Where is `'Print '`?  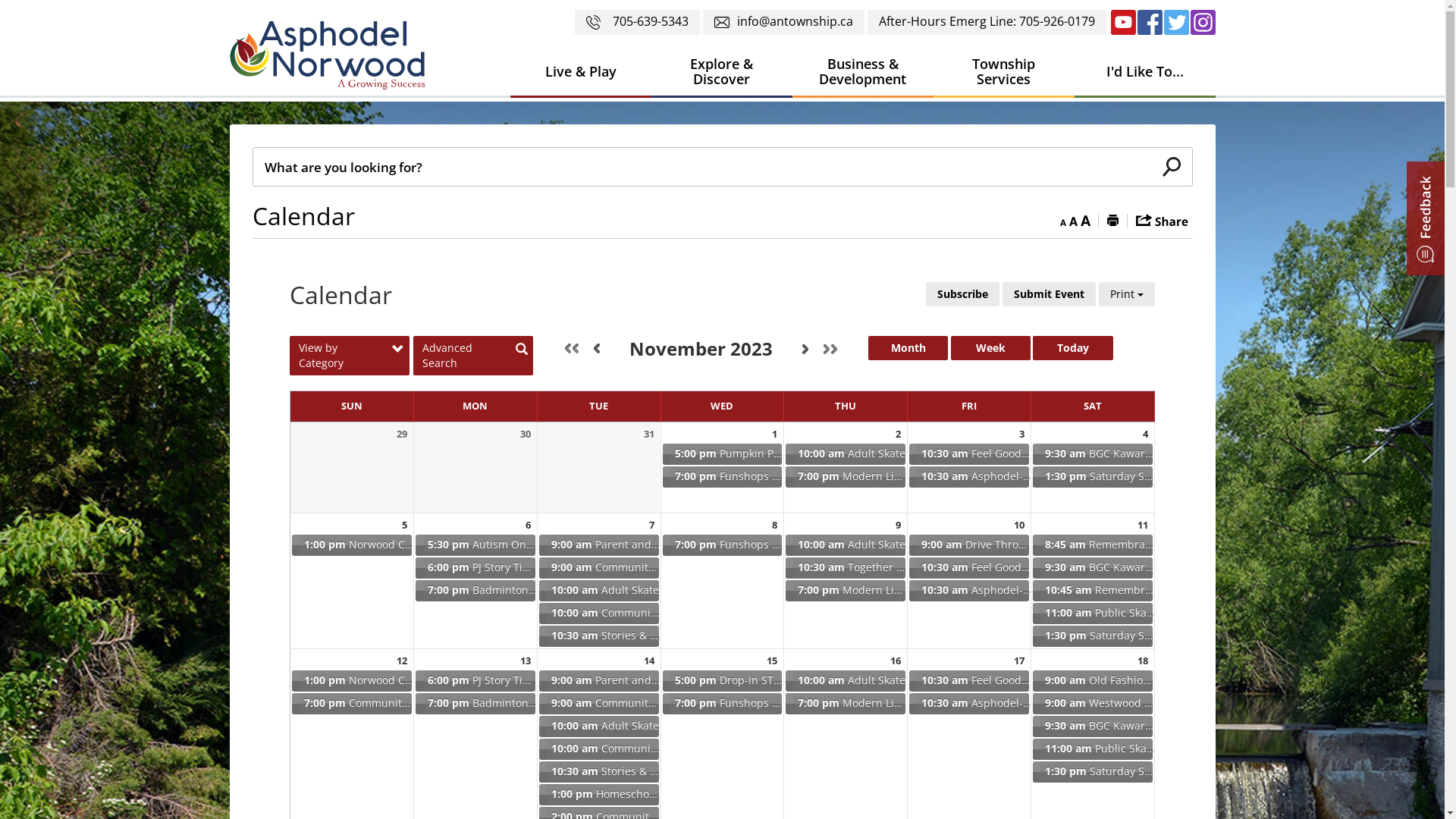
'Print ' is located at coordinates (1099, 294).